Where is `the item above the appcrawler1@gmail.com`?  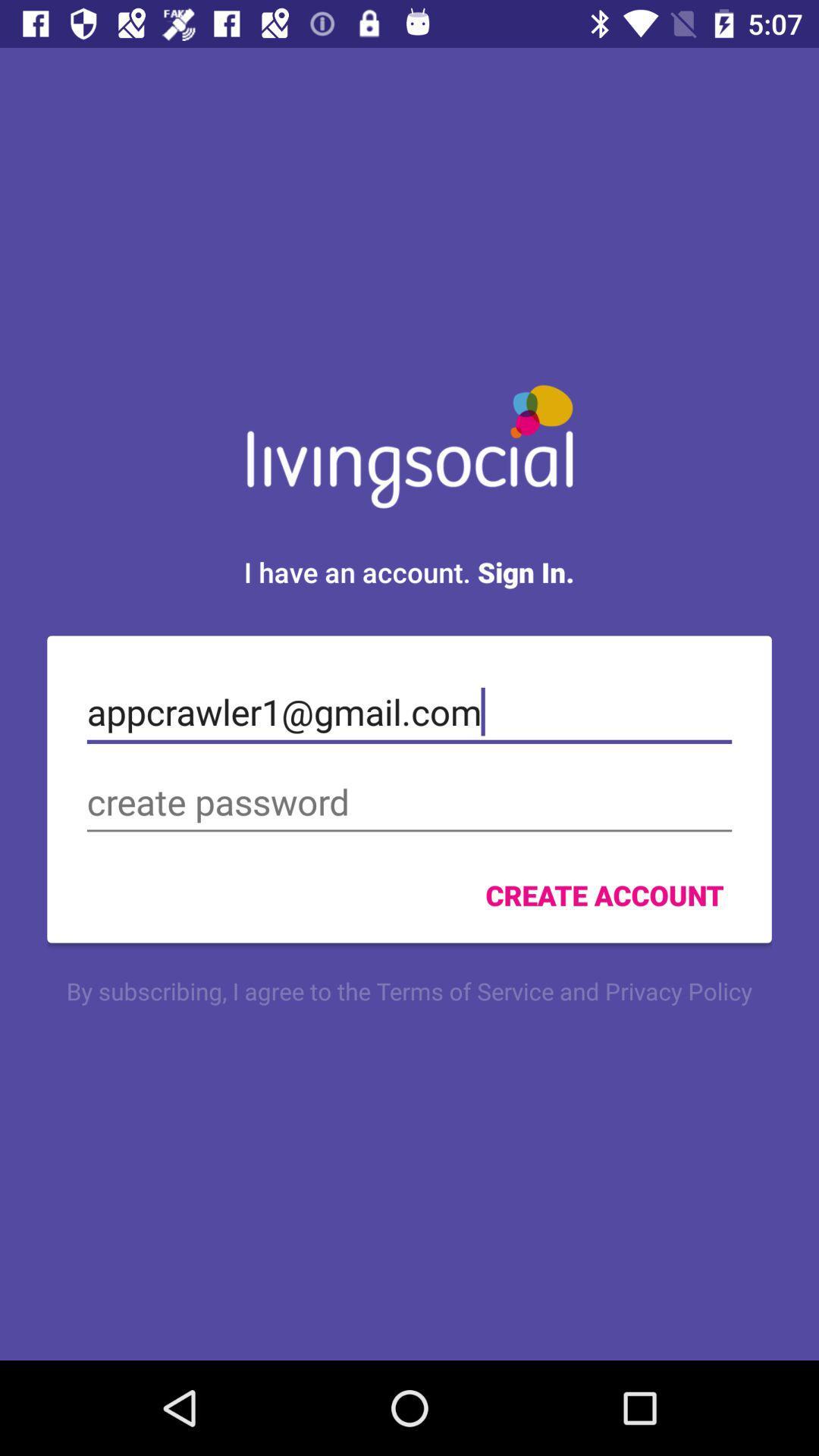 the item above the appcrawler1@gmail.com is located at coordinates (408, 571).